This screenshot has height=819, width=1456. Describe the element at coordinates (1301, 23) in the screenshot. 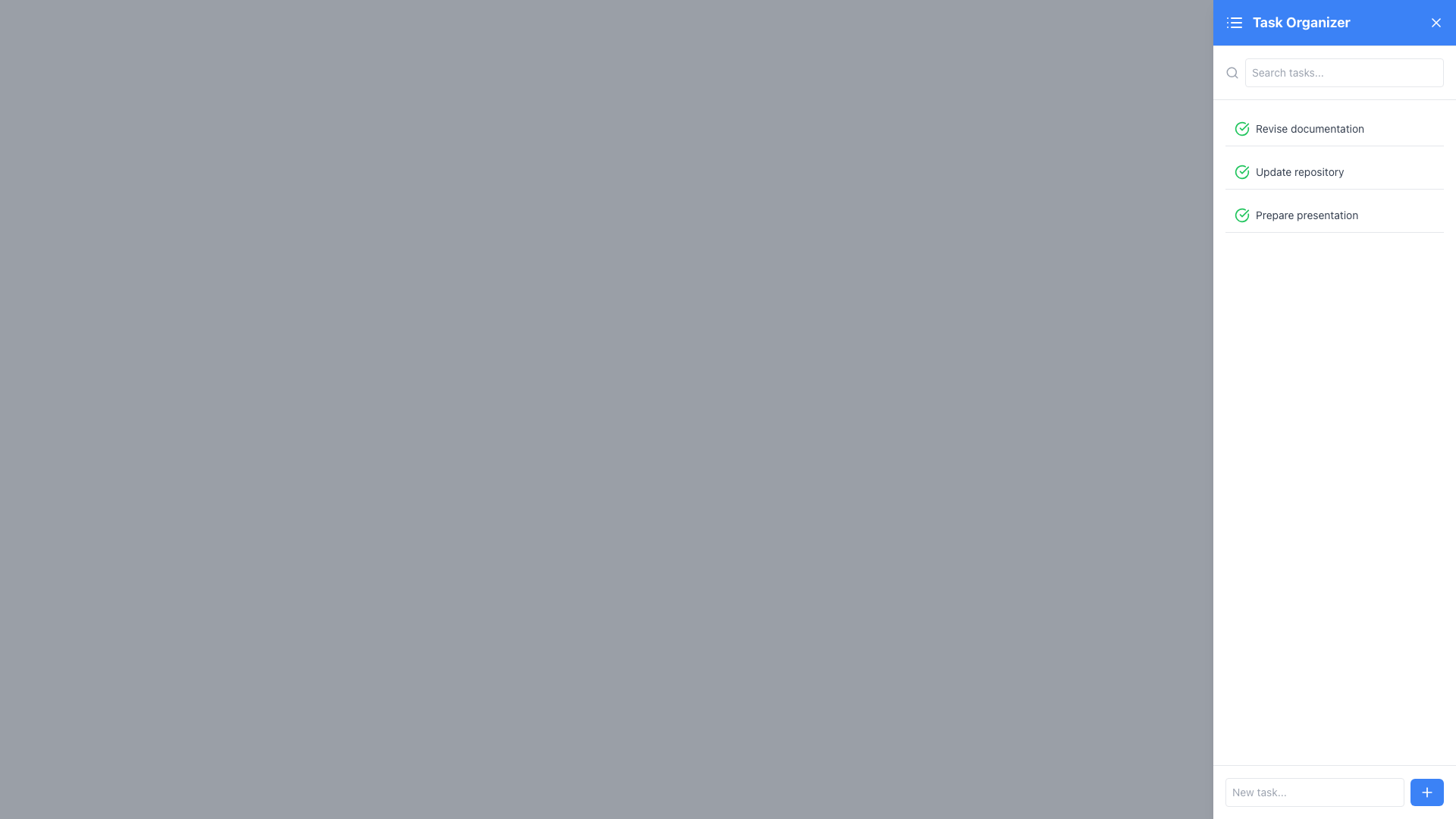

I see `the title text in the sidebar that indicates the primary purpose of the tasks displayed below it` at that location.